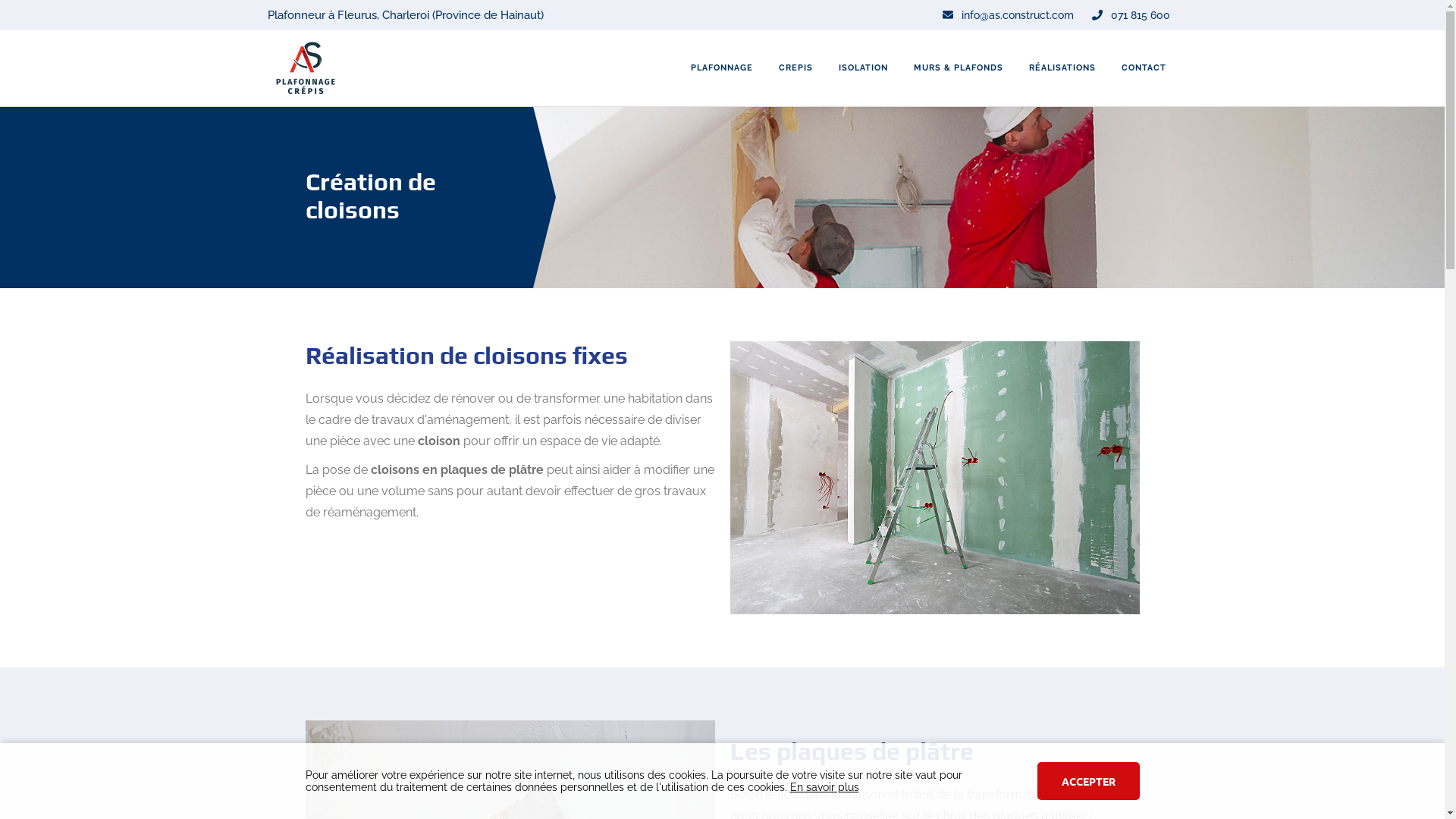  What do you see at coordinates (902, 67) in the screenshot?
I see `'MURS & PLAFONDS'` at bounding box center [902, 67].